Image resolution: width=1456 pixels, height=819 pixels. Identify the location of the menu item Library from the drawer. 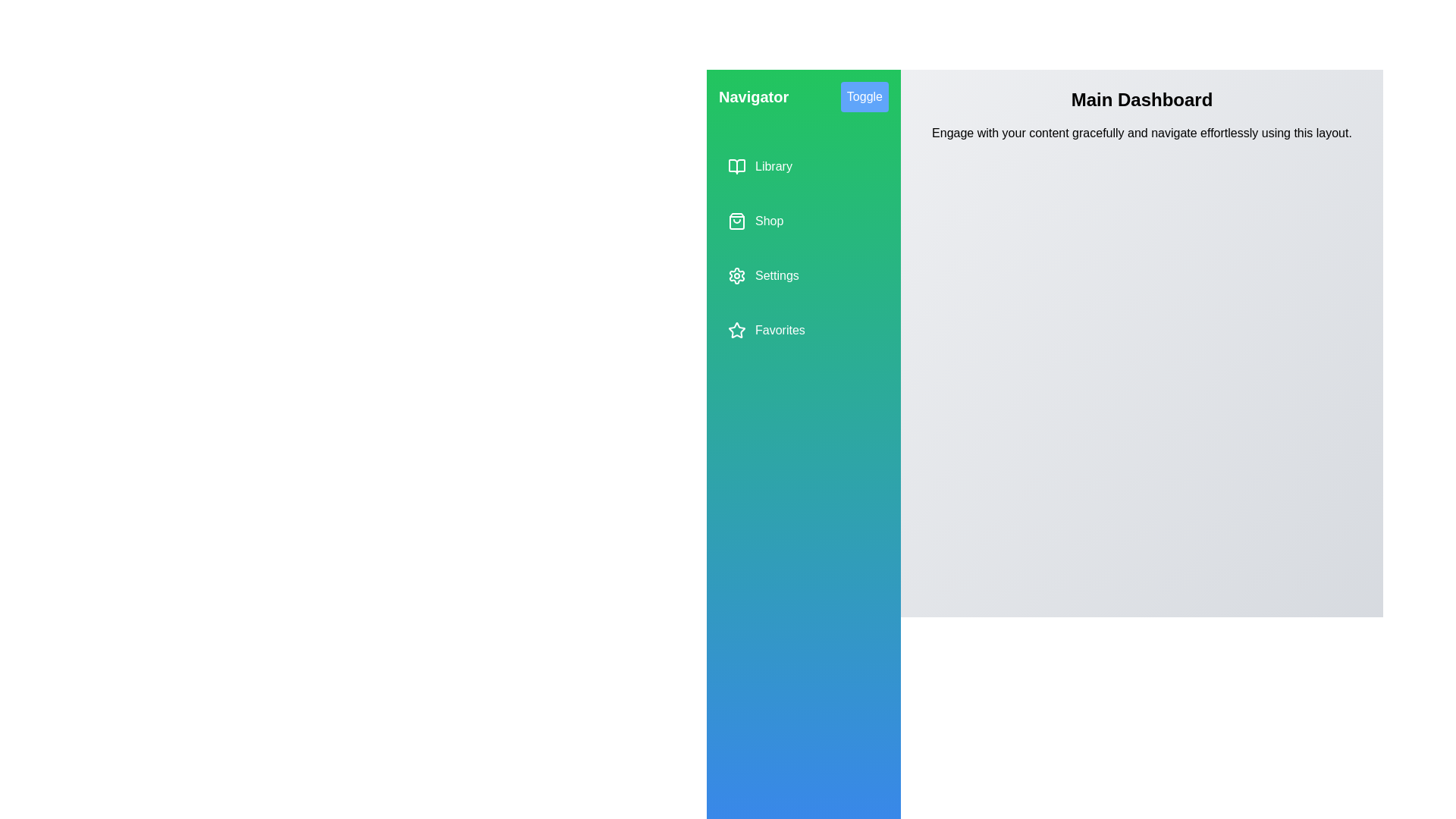
(803, 166).